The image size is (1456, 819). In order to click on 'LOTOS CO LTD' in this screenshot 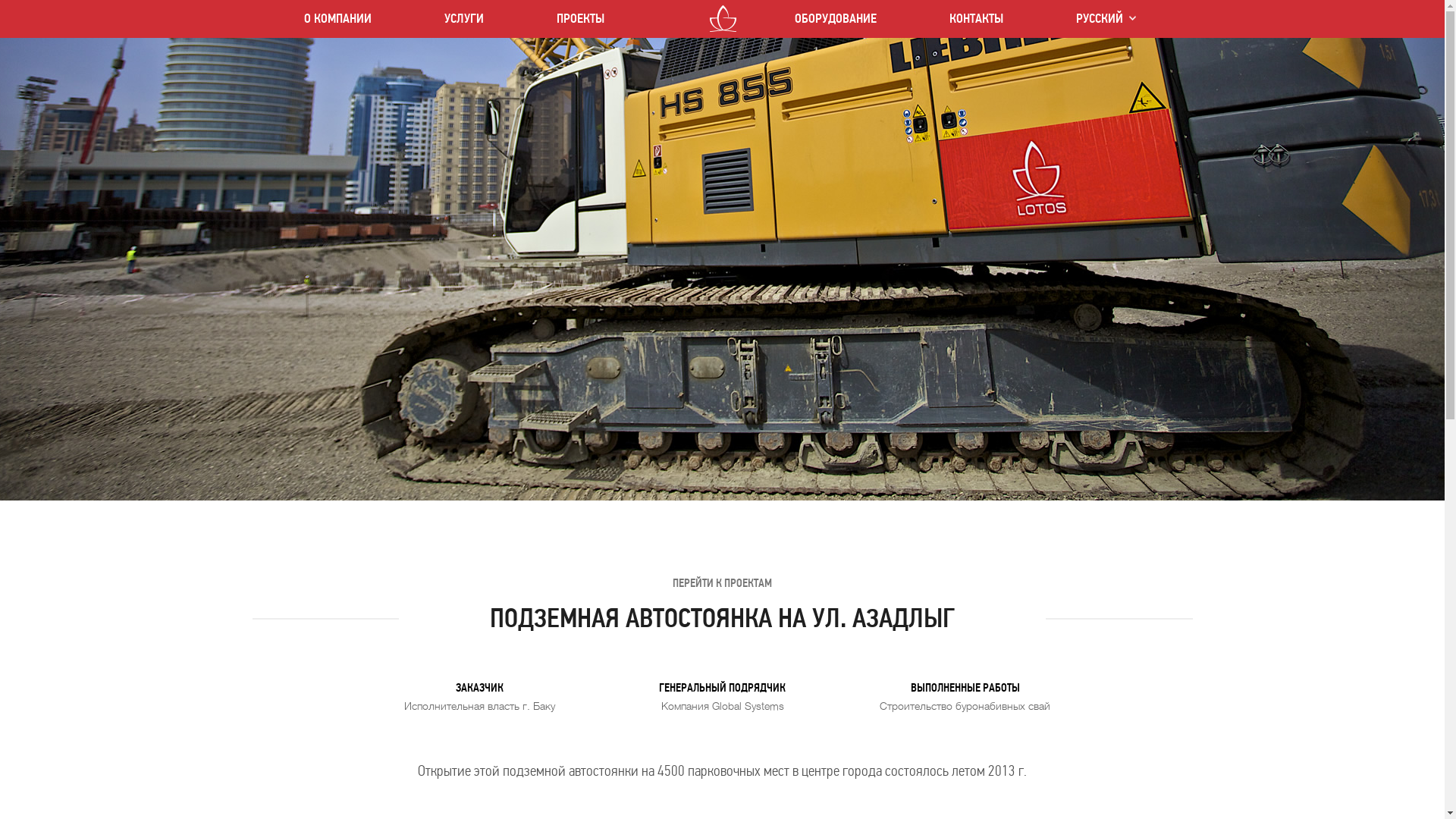, I will do `click(722, 18)`.